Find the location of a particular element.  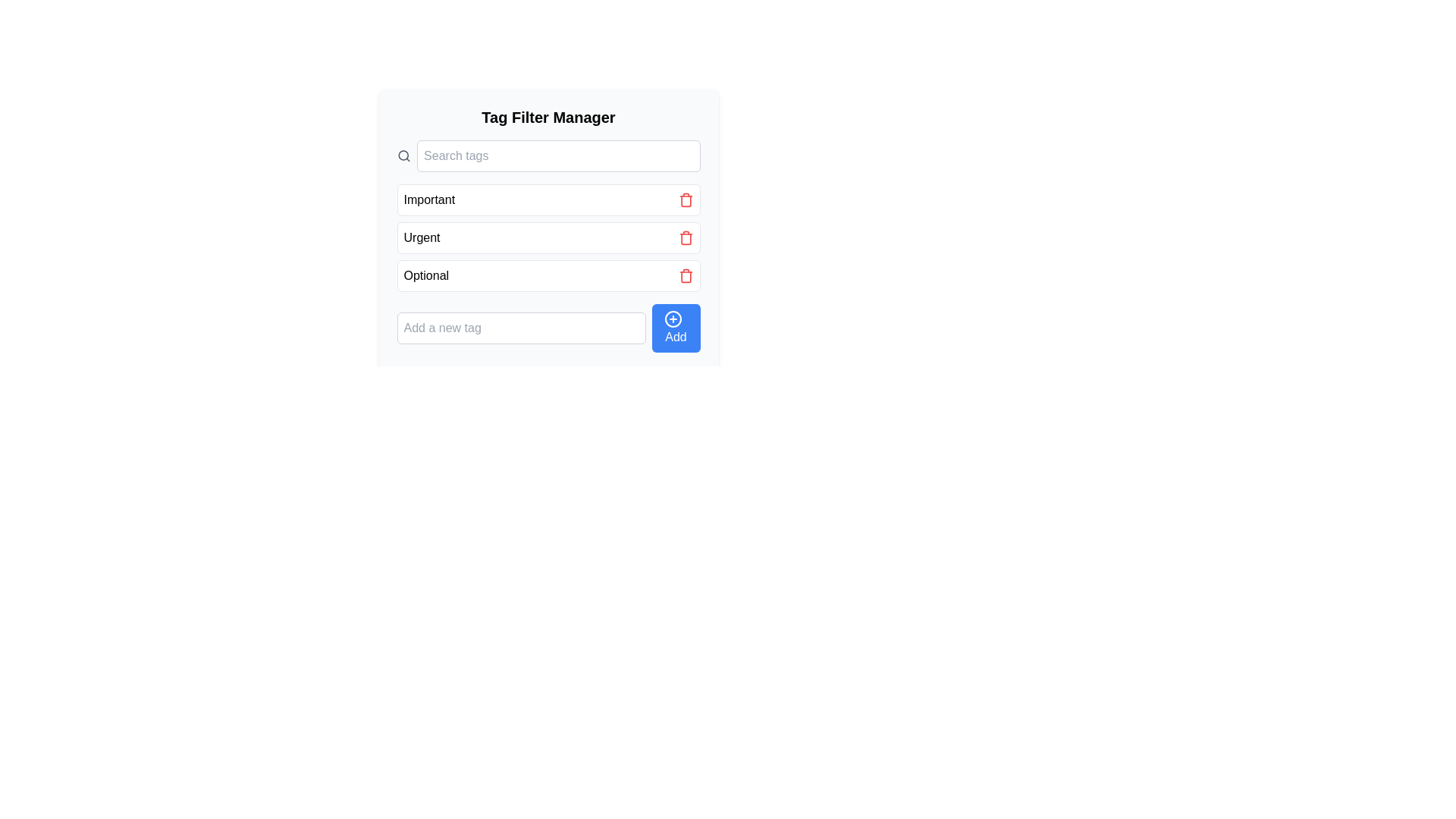

the rectangular button with rounded corners that has a vibrant blue background and white text reading 'Add', which is located at the far-right side of a horizontal layout is located at coordinates (675, 327).